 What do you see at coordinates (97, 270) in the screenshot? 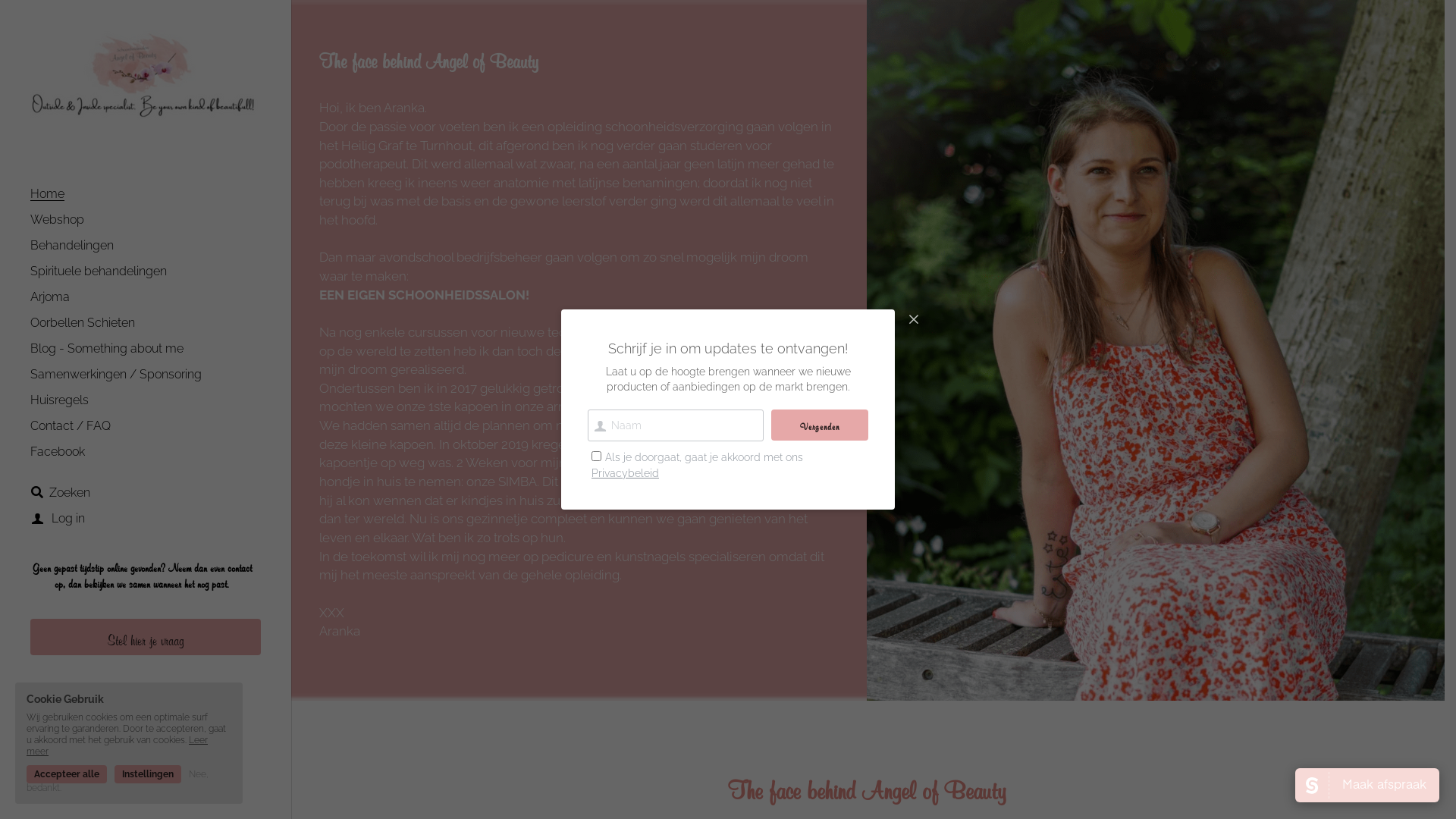
I see `'Spirituele behandelingen'` at bounding box center [97, 270].